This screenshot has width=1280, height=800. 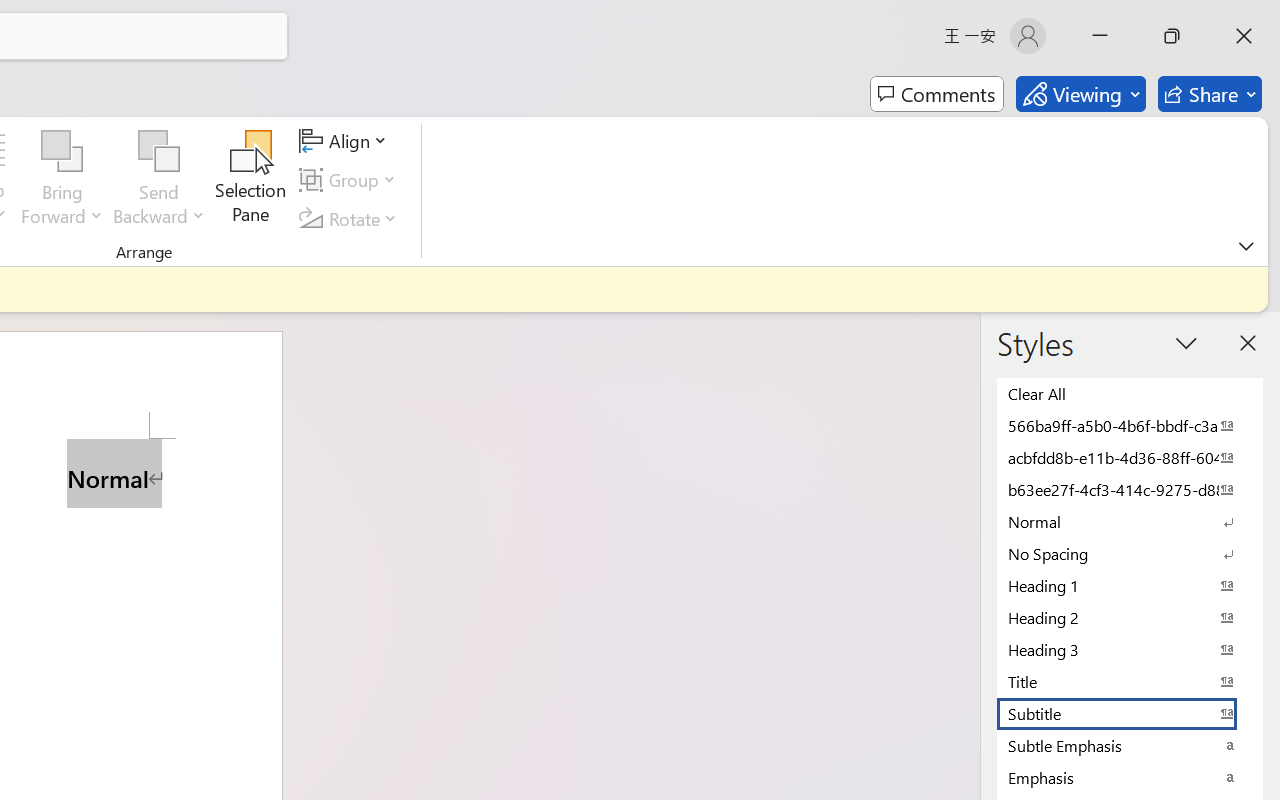 I want to click on 'Subtle Emphasis', so click(x=1130, y=745).